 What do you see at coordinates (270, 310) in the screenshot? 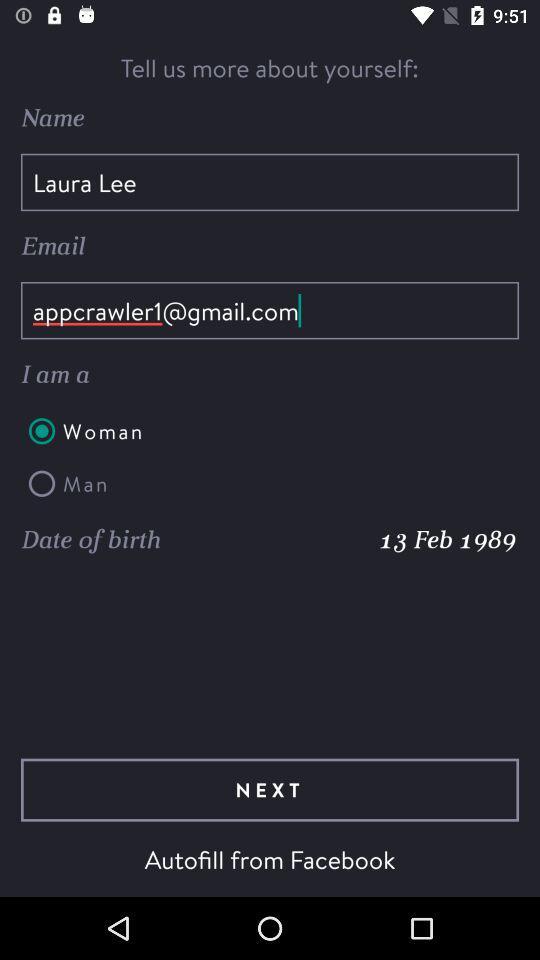
I see `the icon above i am a item` at bounding box center [270, 310].